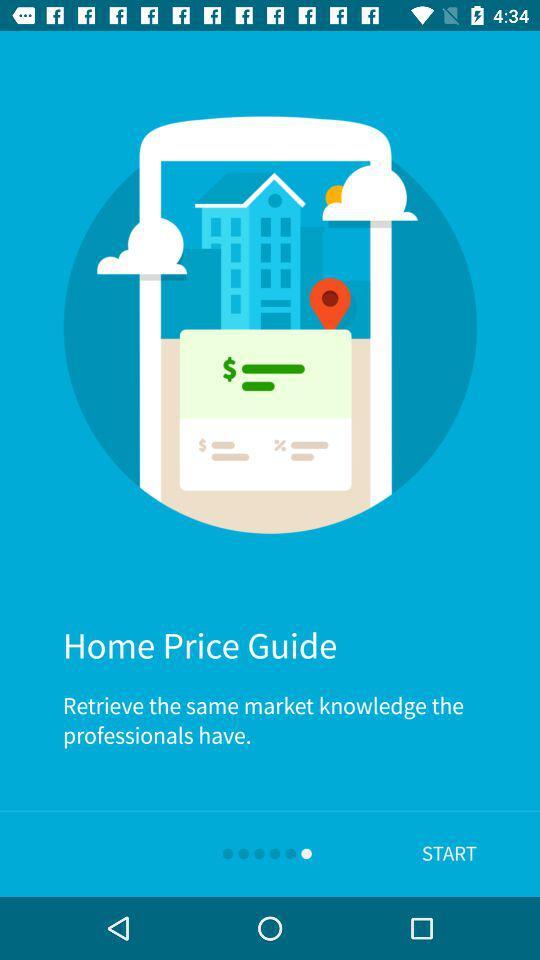 The width and height of the screenshot is (540, 960). What do you see at coordinates (449, 853) in the screenshot?
I see `the item at the bottom right corner` at bounding box center [449, 853].